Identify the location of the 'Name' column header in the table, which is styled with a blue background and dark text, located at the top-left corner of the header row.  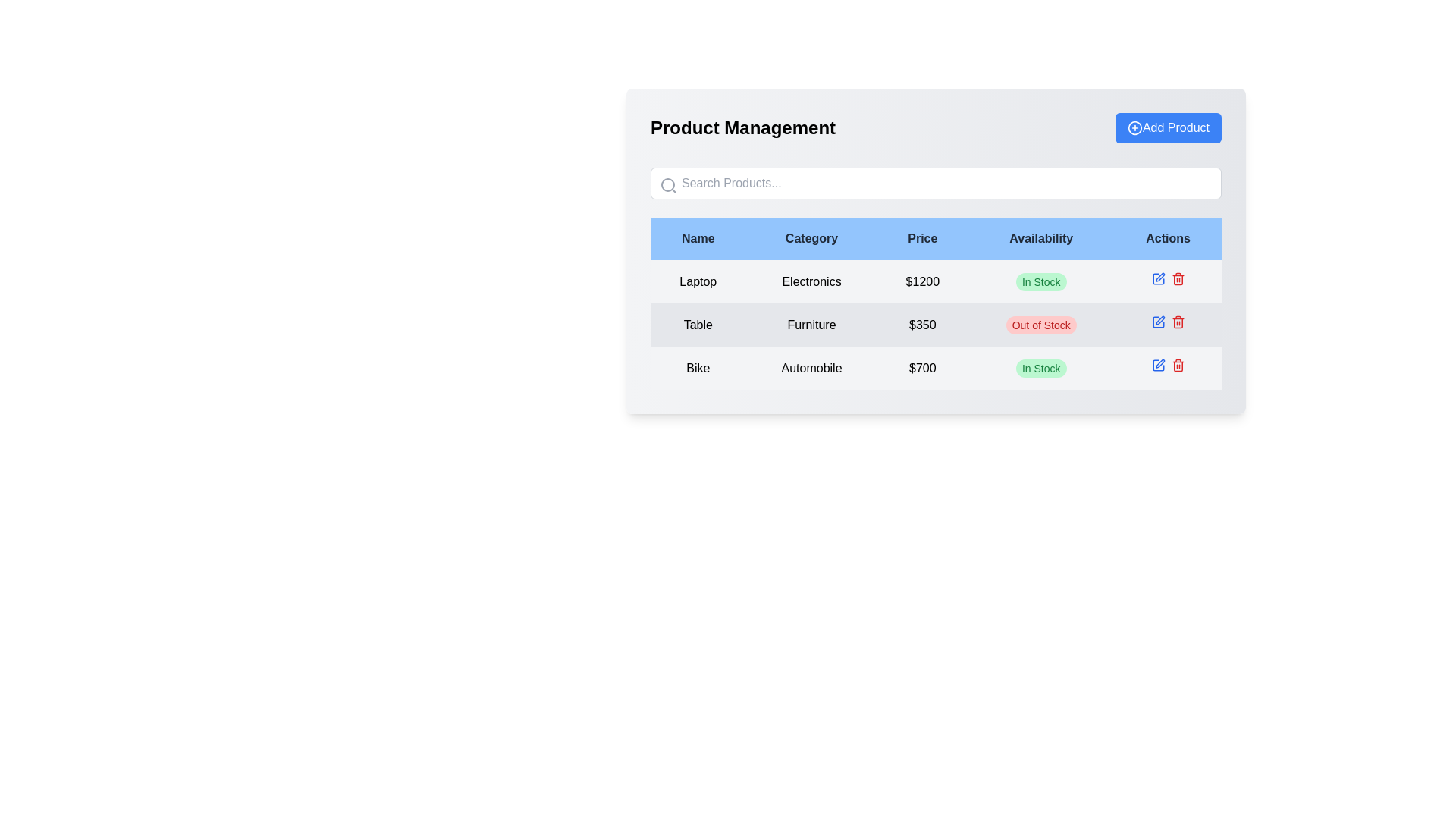
(697, 239).